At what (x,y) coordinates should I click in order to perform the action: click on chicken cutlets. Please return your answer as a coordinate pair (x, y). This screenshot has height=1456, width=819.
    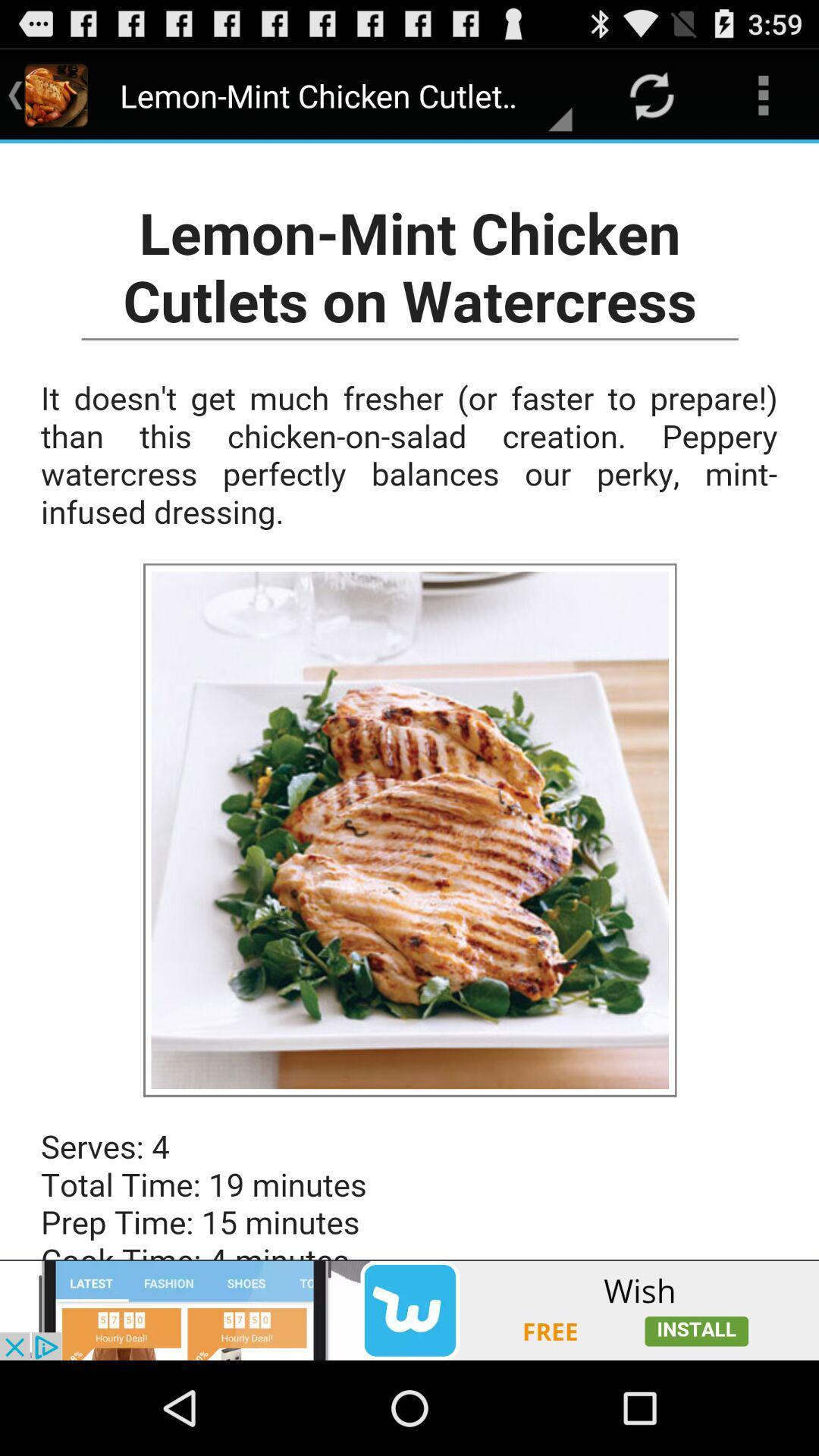
    Looking at the image, I should click on (409, 701).